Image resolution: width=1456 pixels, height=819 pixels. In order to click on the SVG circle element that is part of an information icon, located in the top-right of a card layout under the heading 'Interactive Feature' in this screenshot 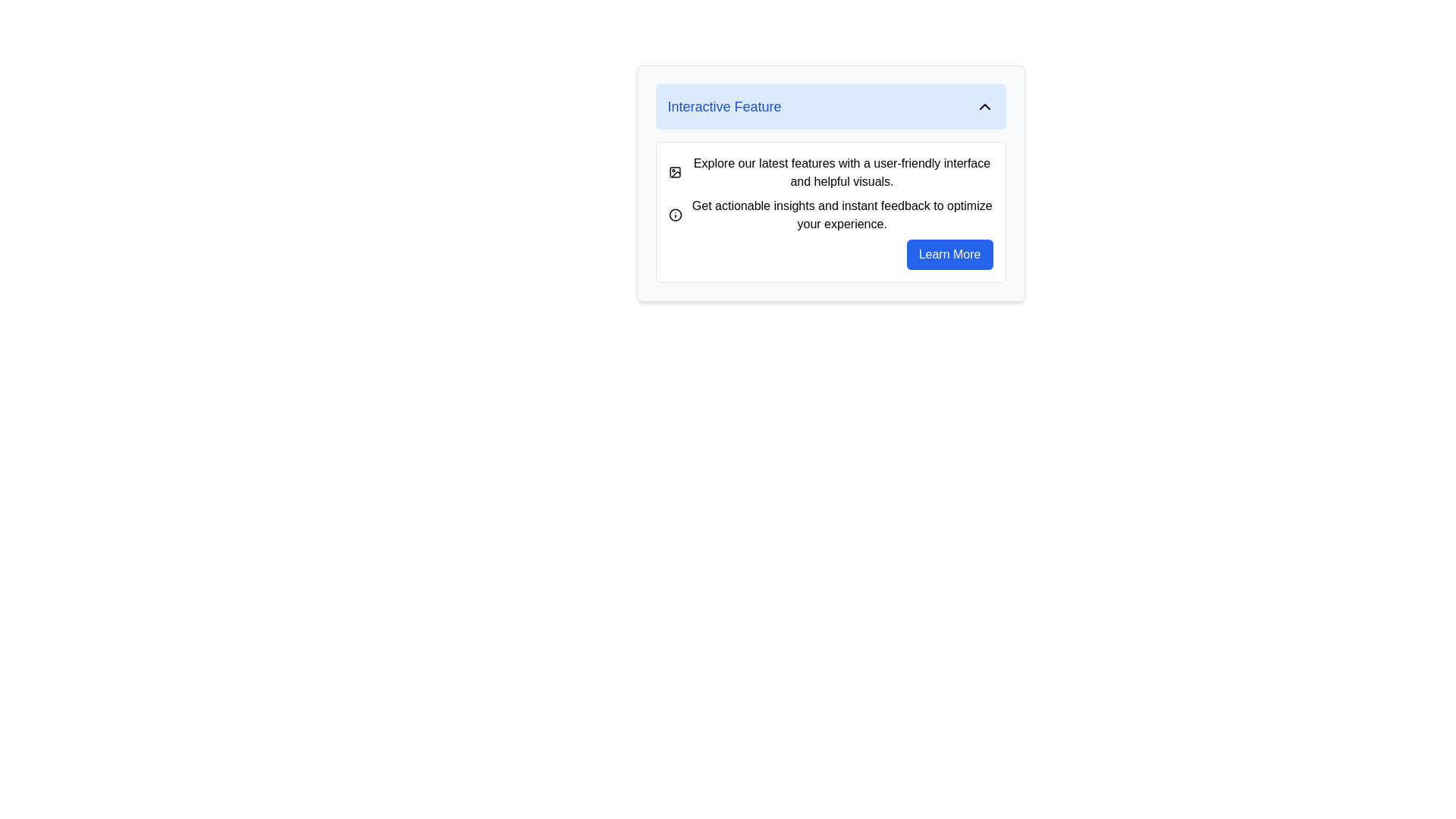, I will do `click(674, 215)`.